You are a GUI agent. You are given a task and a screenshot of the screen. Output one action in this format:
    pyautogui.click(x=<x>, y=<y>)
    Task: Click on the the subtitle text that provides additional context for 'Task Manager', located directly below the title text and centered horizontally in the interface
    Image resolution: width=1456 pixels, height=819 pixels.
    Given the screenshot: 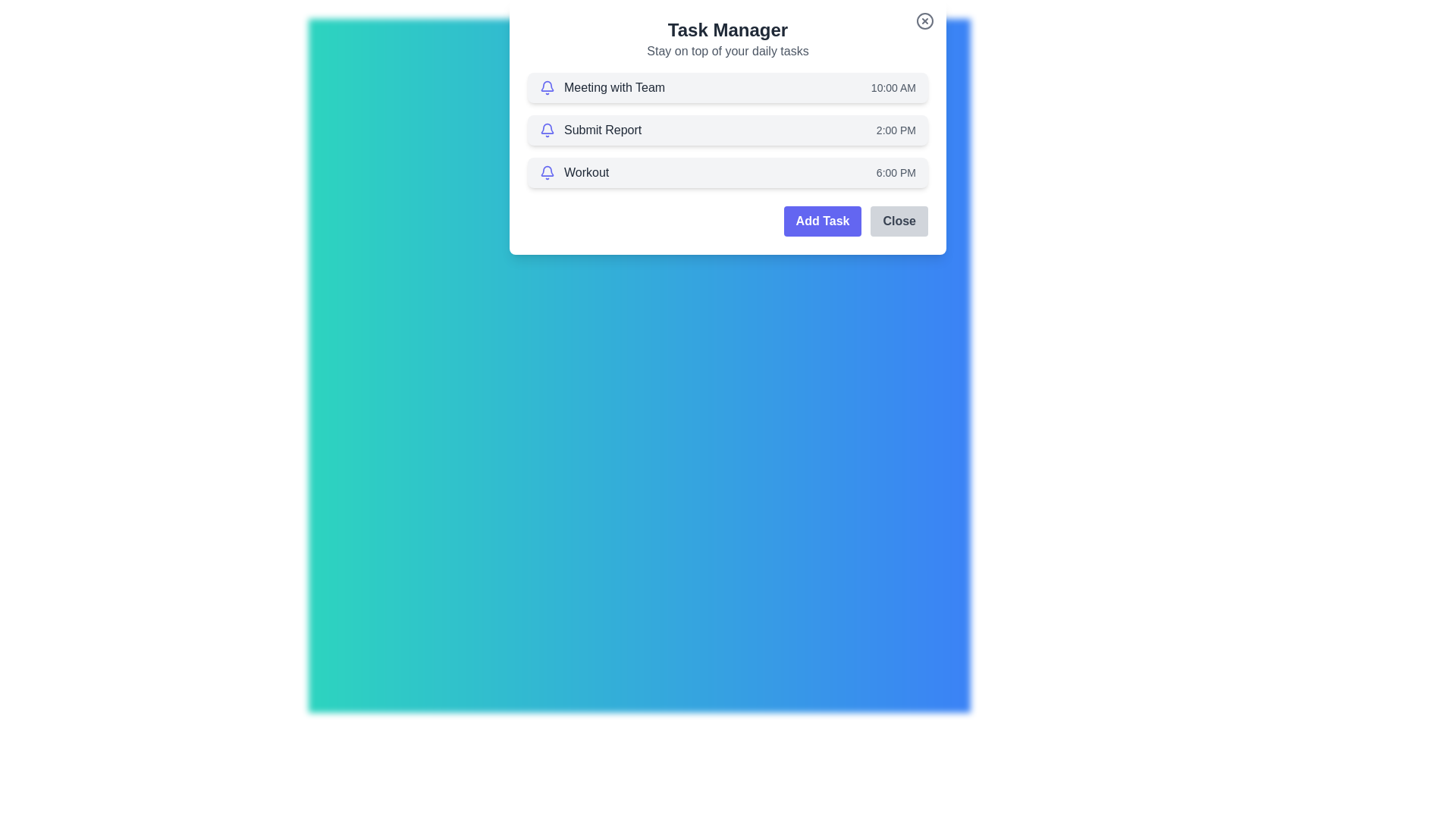 What is the action you would take?
    pyautogui.click(x=728, y=51)
    